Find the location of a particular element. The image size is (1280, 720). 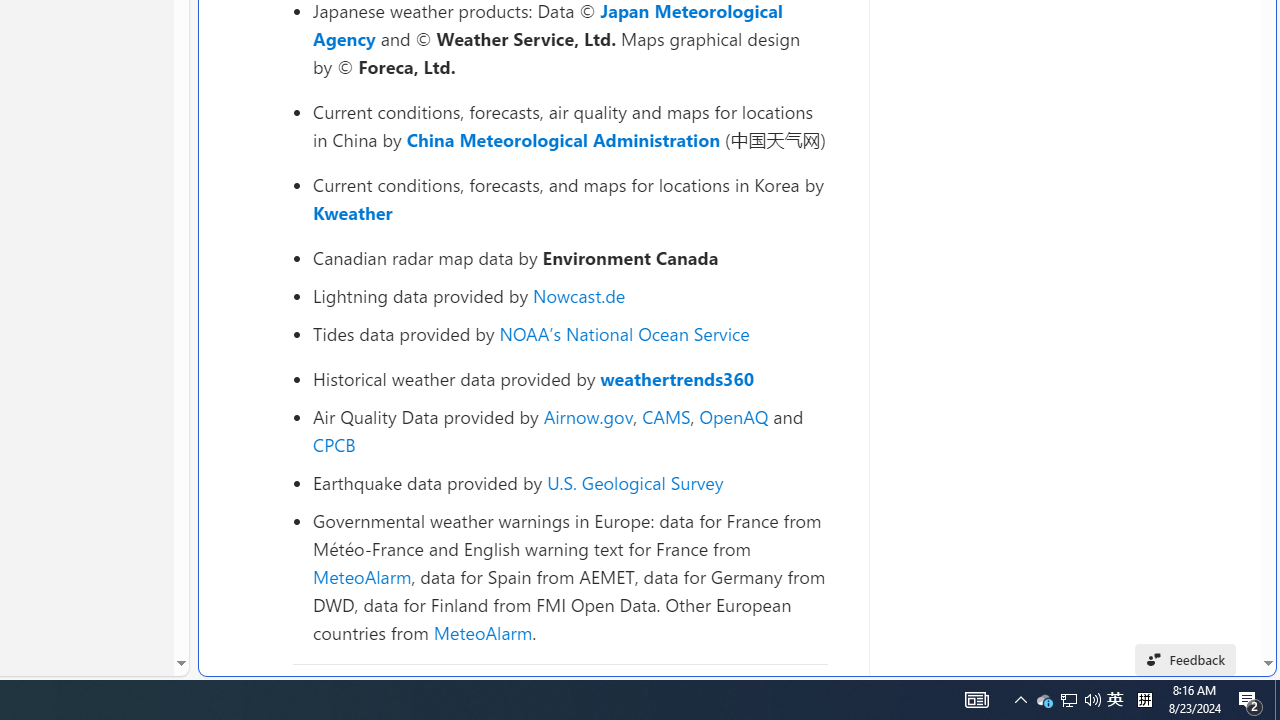

'Kweather' is located at coordinates (353, 212).